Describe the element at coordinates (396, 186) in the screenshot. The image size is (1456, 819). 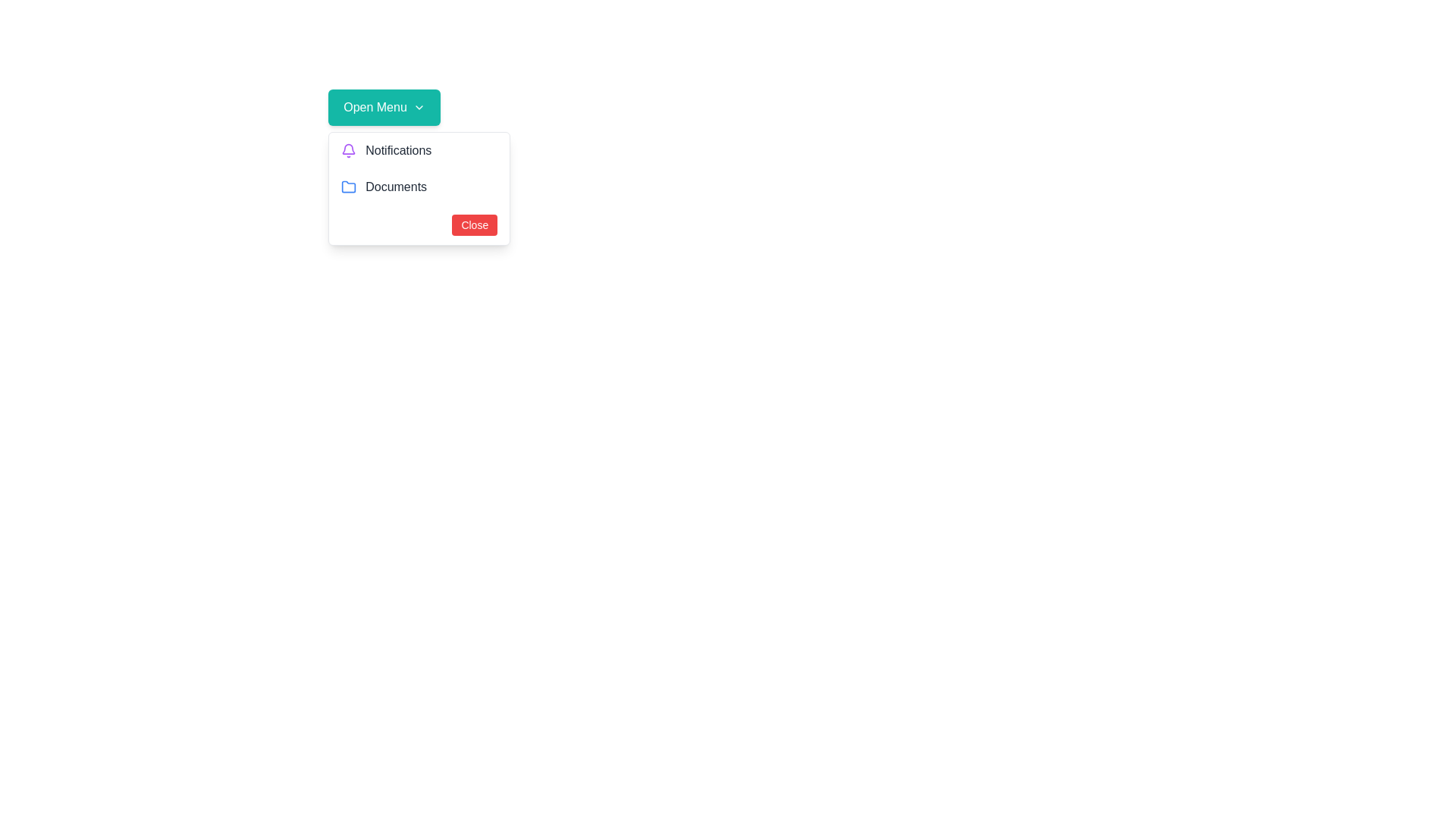
I see `the 'Documents' text label located below the 'Notifications' item in the dropdown menu` at that location.